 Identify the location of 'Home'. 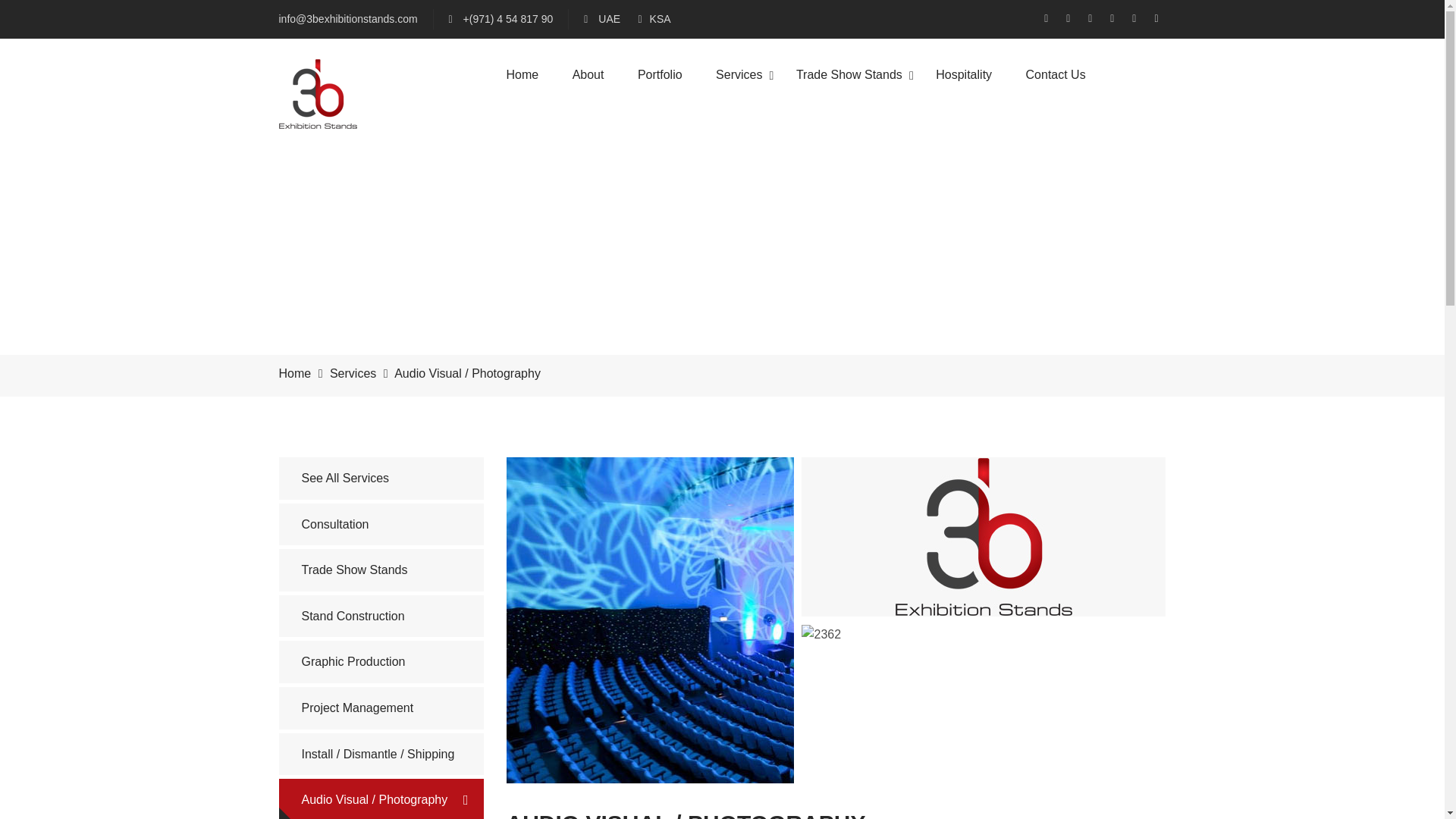
(522, 74).